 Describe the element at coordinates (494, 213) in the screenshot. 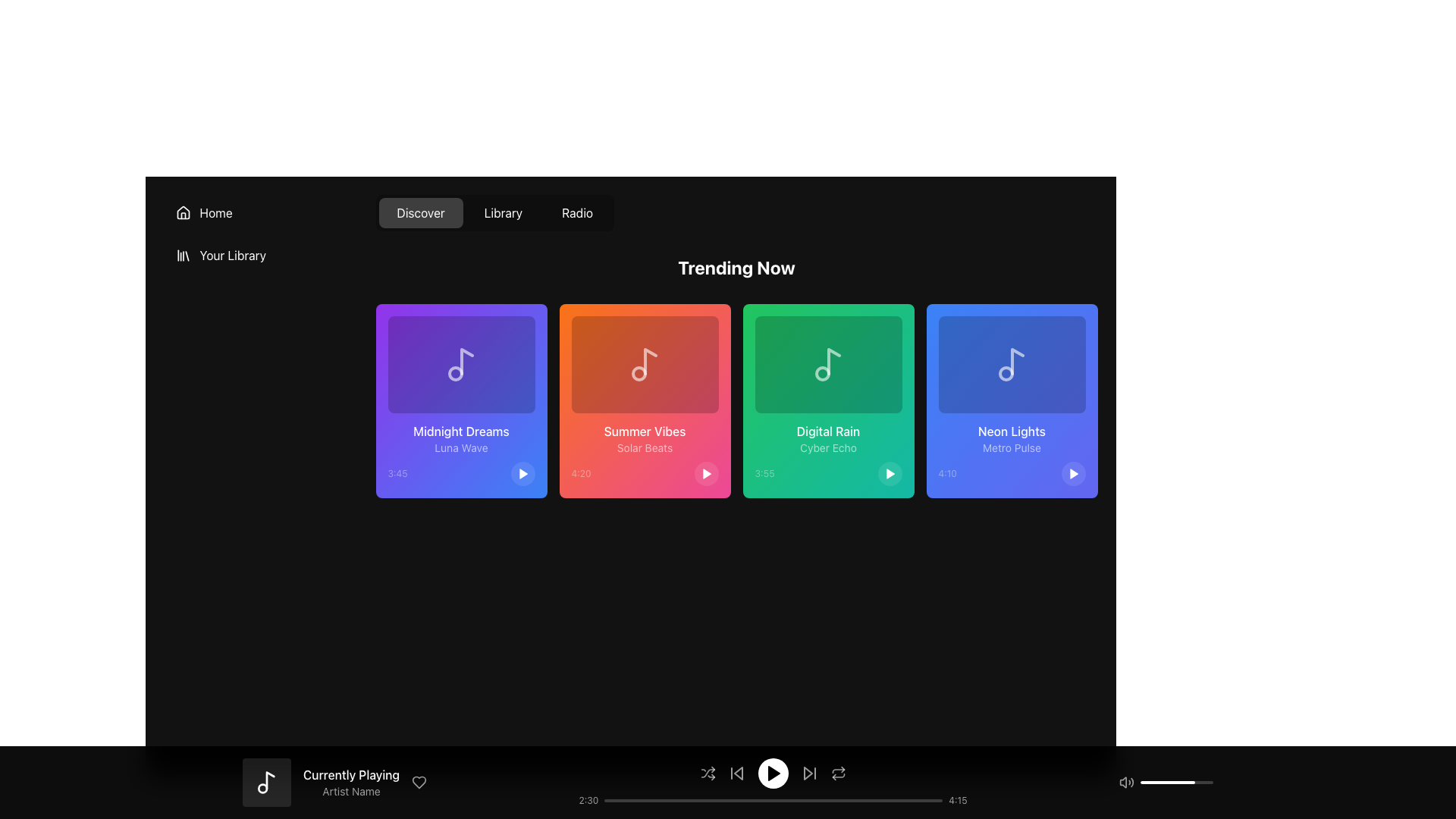

I see `the 'Library' button, which is a rectangular button with white text, located between the 'Discover' and 'Radio' buttons in the top section of the central panel` at that location.